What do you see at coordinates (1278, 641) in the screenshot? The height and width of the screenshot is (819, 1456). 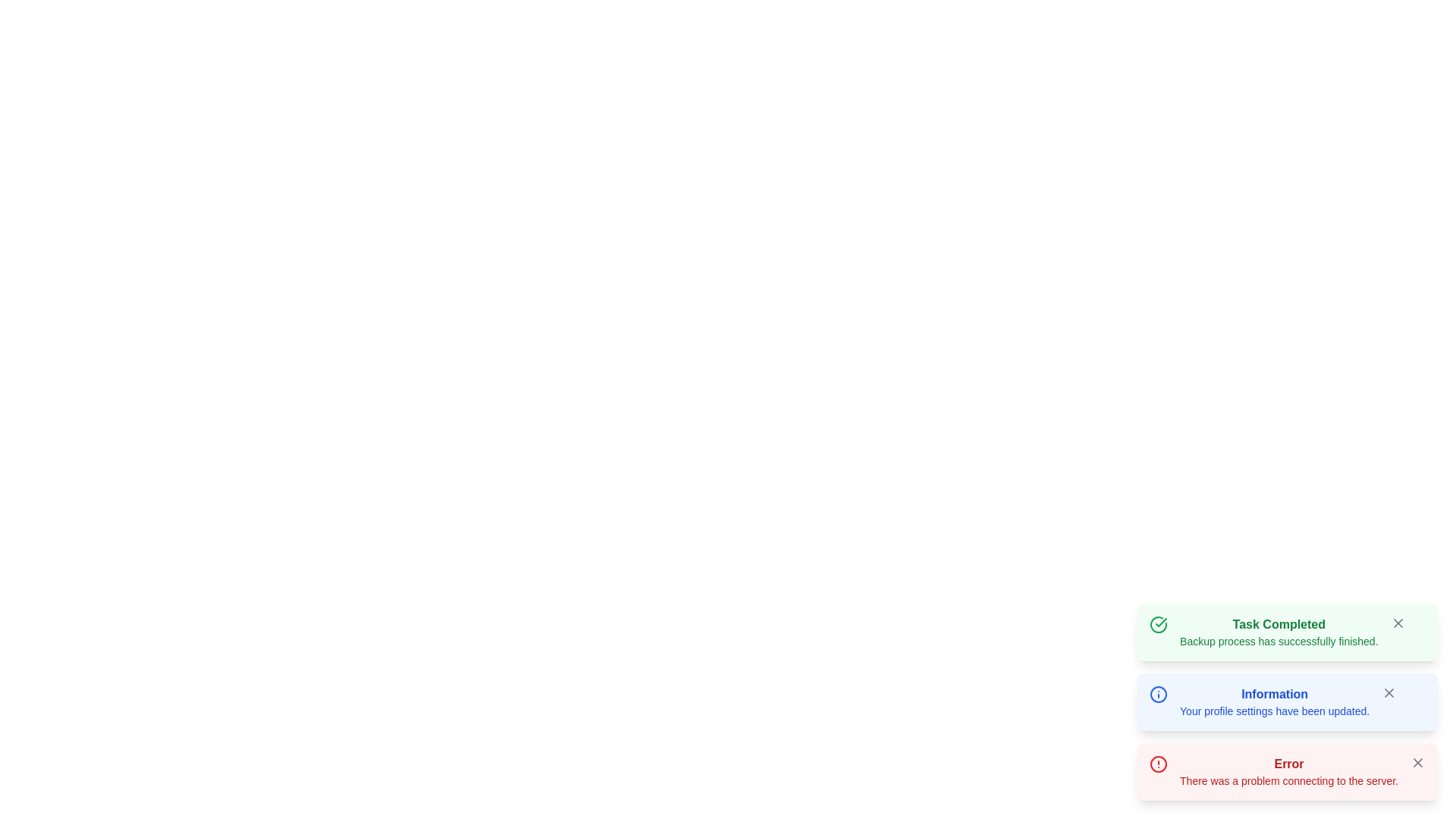 I see `the small text statement located below the bold headline 'Task Completed' within the green background box` at bounding box center [1278, 641].